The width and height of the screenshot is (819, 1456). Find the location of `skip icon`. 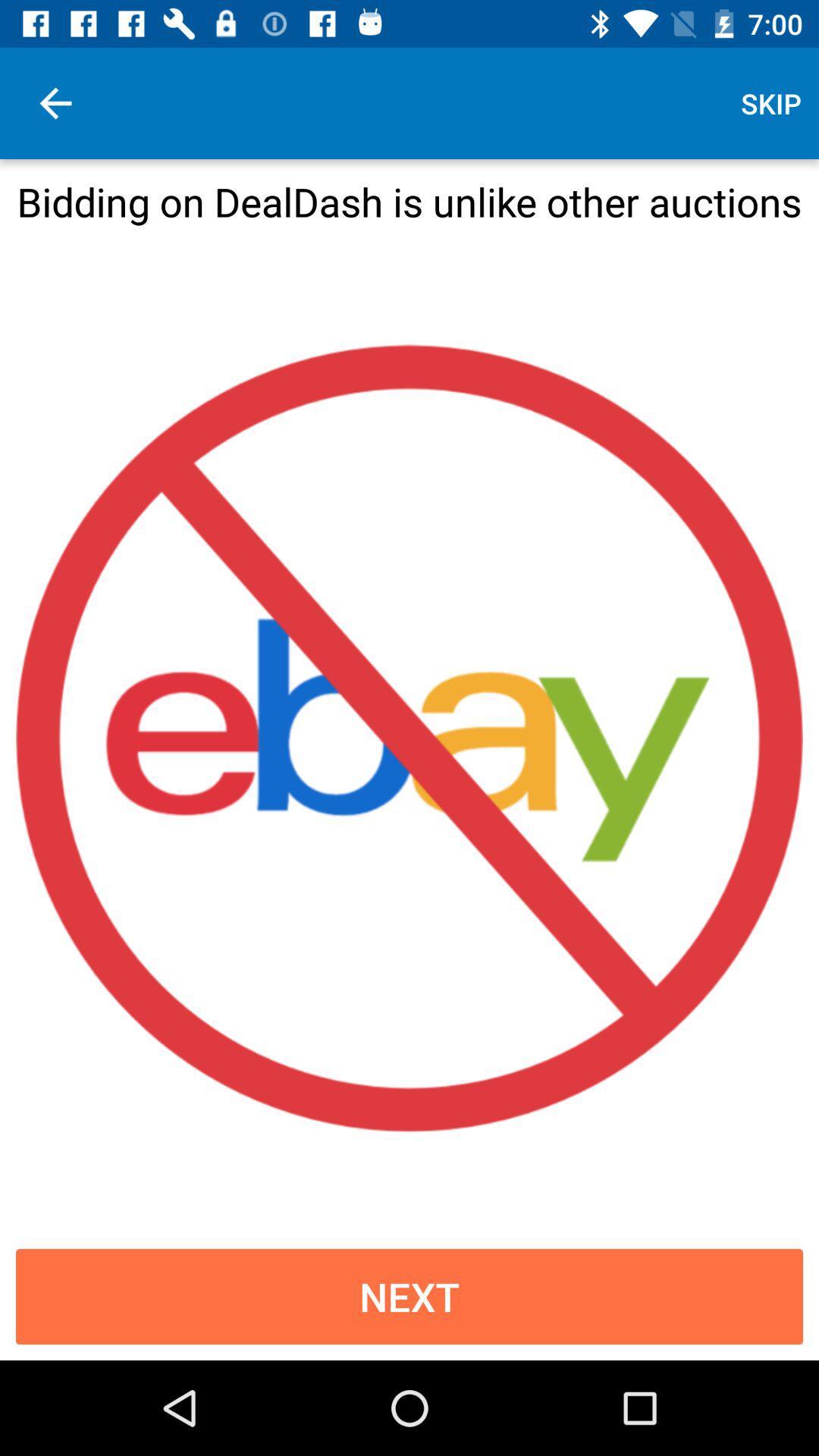

skip icon is located at coordinates (771, 102).